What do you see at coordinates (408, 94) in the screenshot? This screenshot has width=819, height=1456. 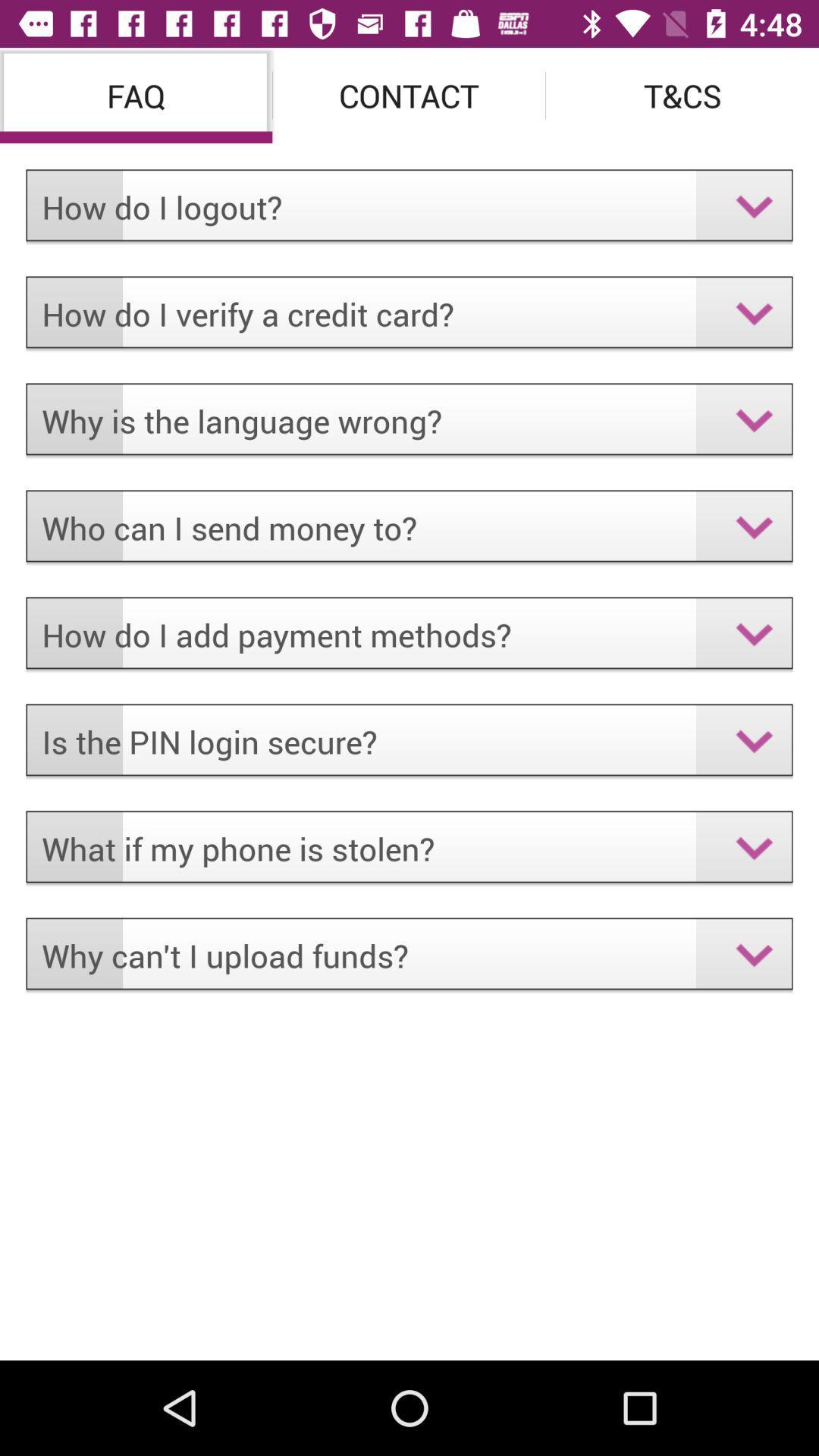 I see `the item to the right of the faq item` at bounding box center [408, 94].